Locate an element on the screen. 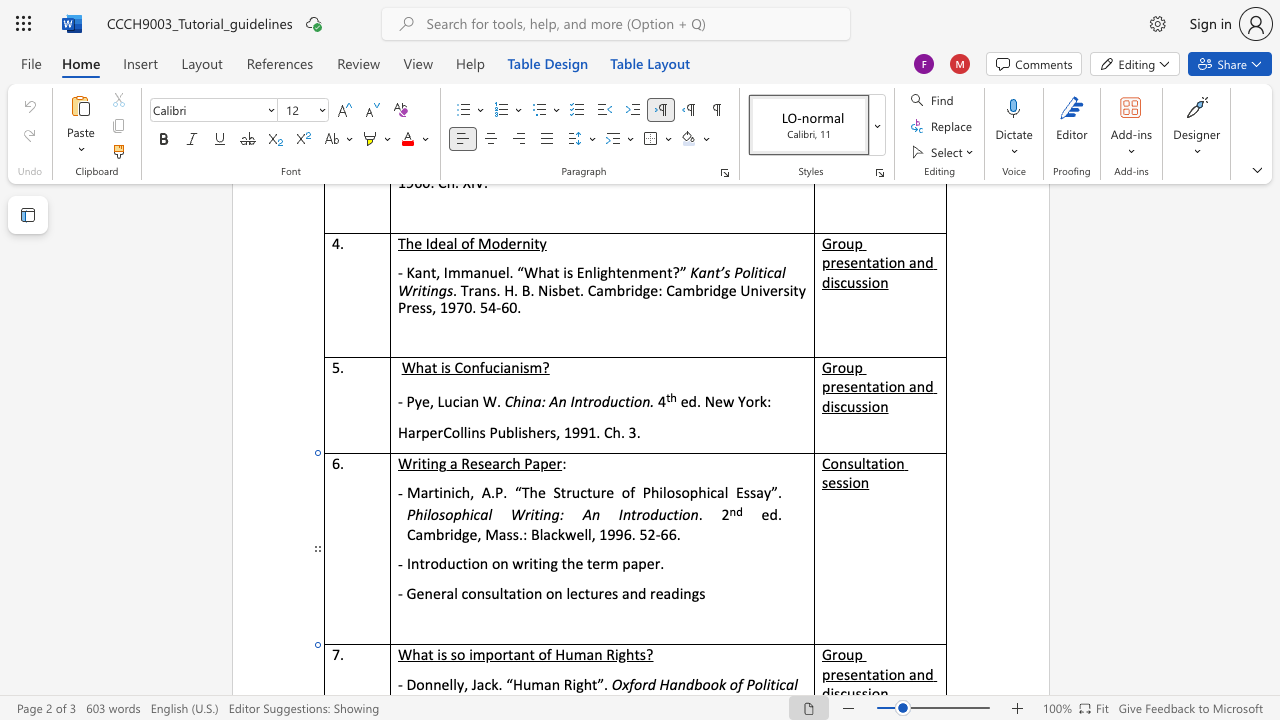 This screenshot has width=1280, height=720. the 2th character "s" in the text is located at coordinates (453, 654).